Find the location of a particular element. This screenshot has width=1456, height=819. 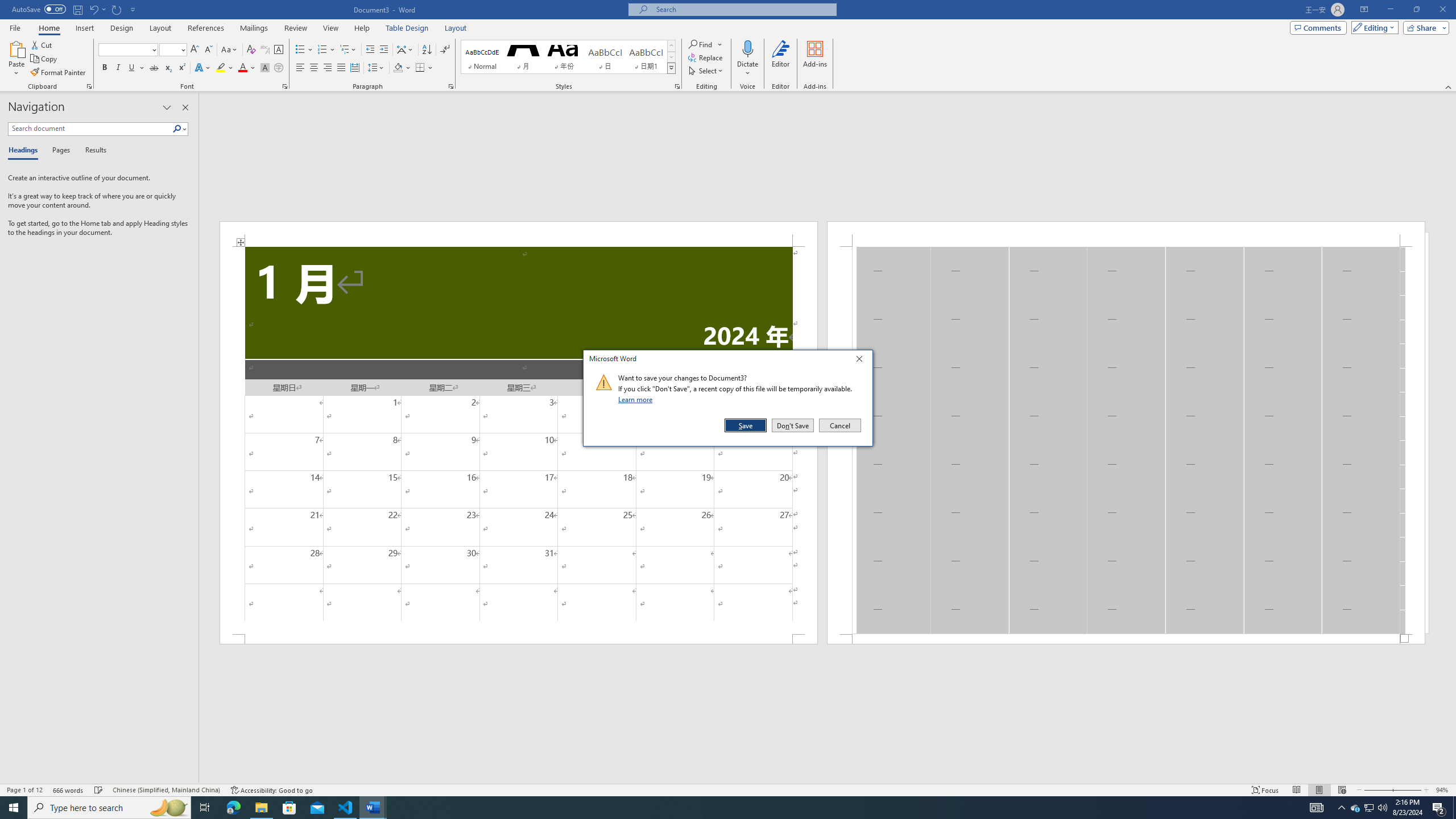

'Undo Apply Quick Style' is located at coordinates (93, 9).